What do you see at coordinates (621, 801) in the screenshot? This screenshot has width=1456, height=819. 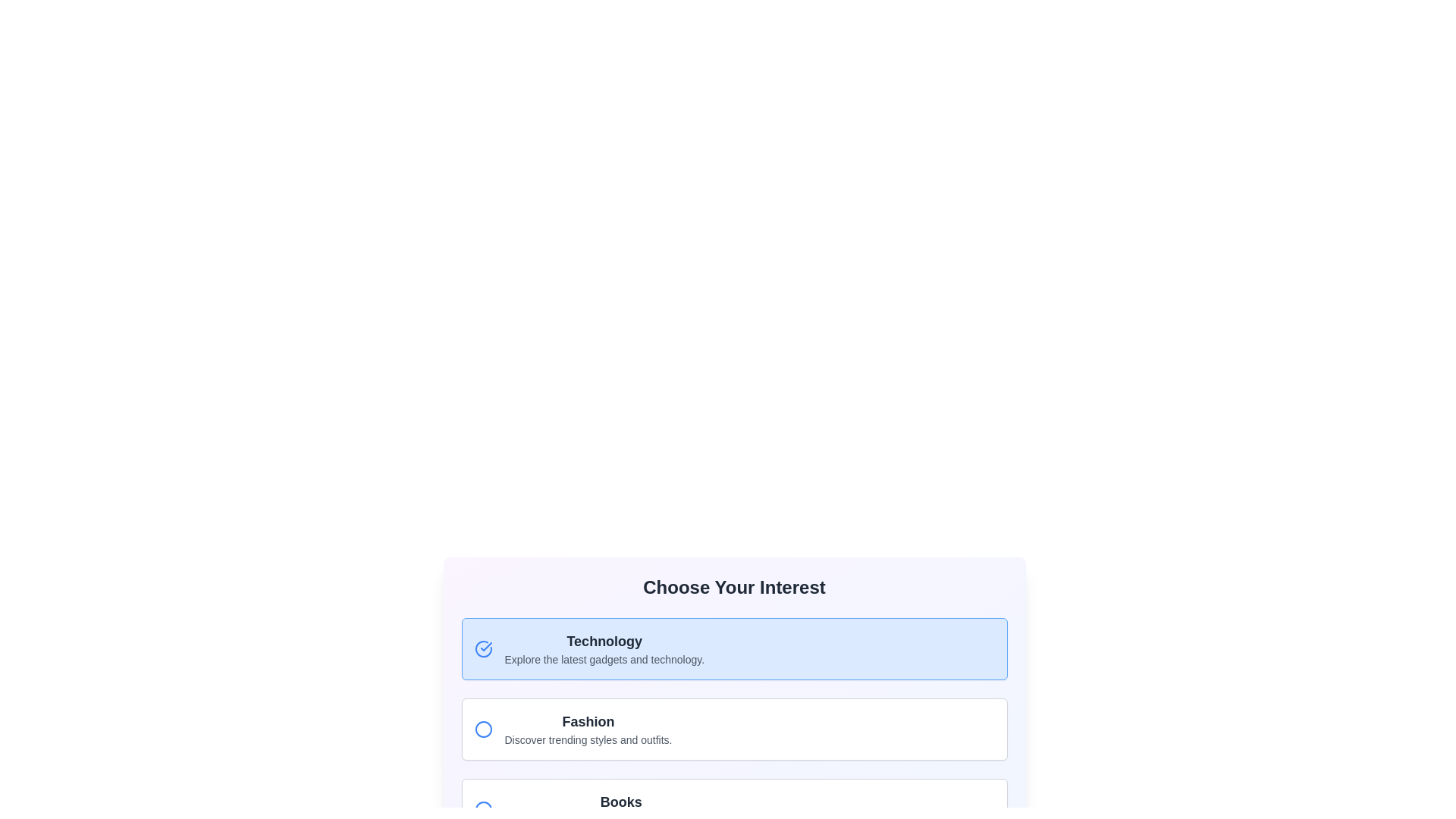 I see `the 'Books' category header text label` at bounding box center [621, 801].